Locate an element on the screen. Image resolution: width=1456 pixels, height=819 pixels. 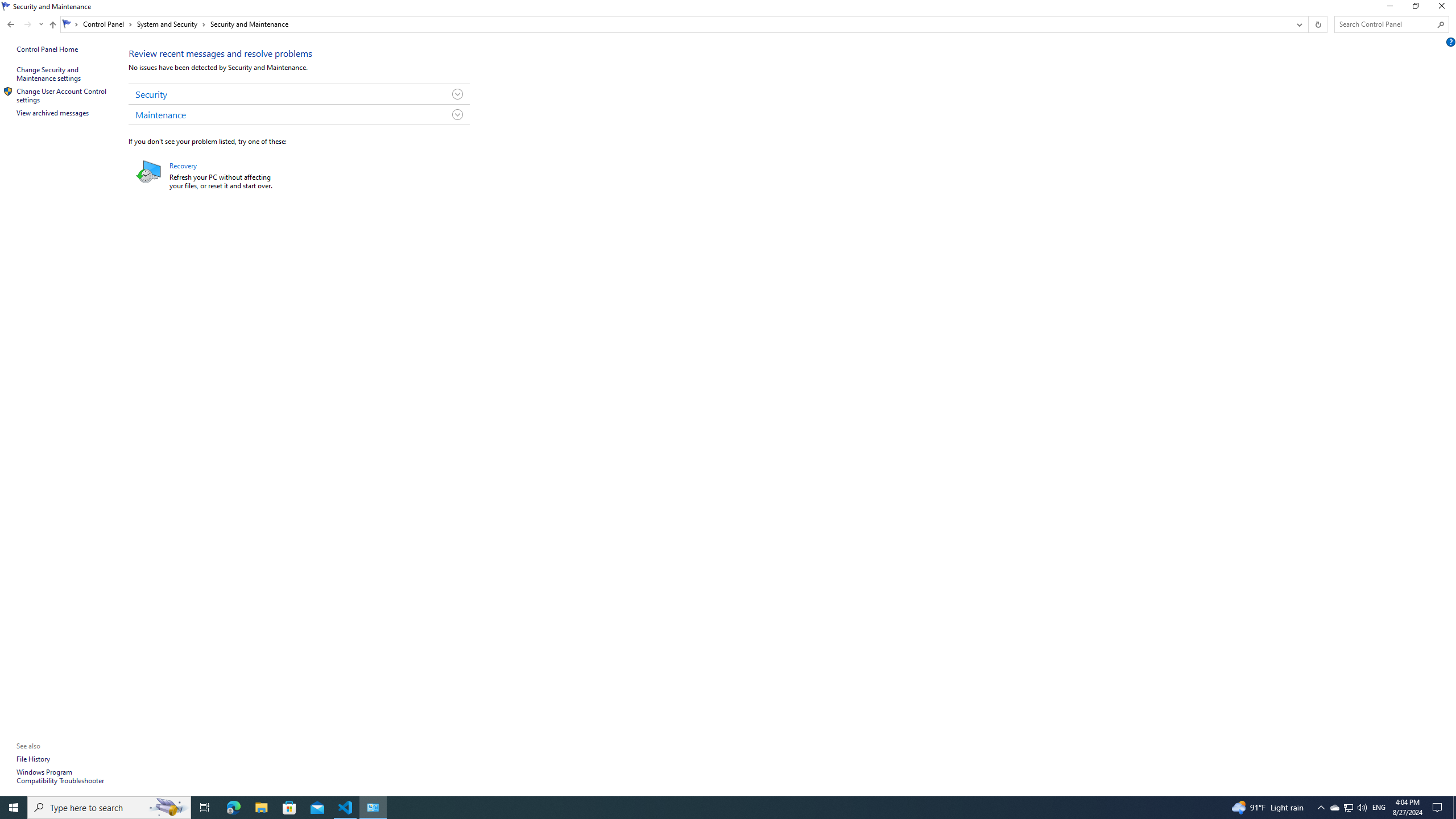
'Change User Account Control settings' is located at coordinates (63, 94).